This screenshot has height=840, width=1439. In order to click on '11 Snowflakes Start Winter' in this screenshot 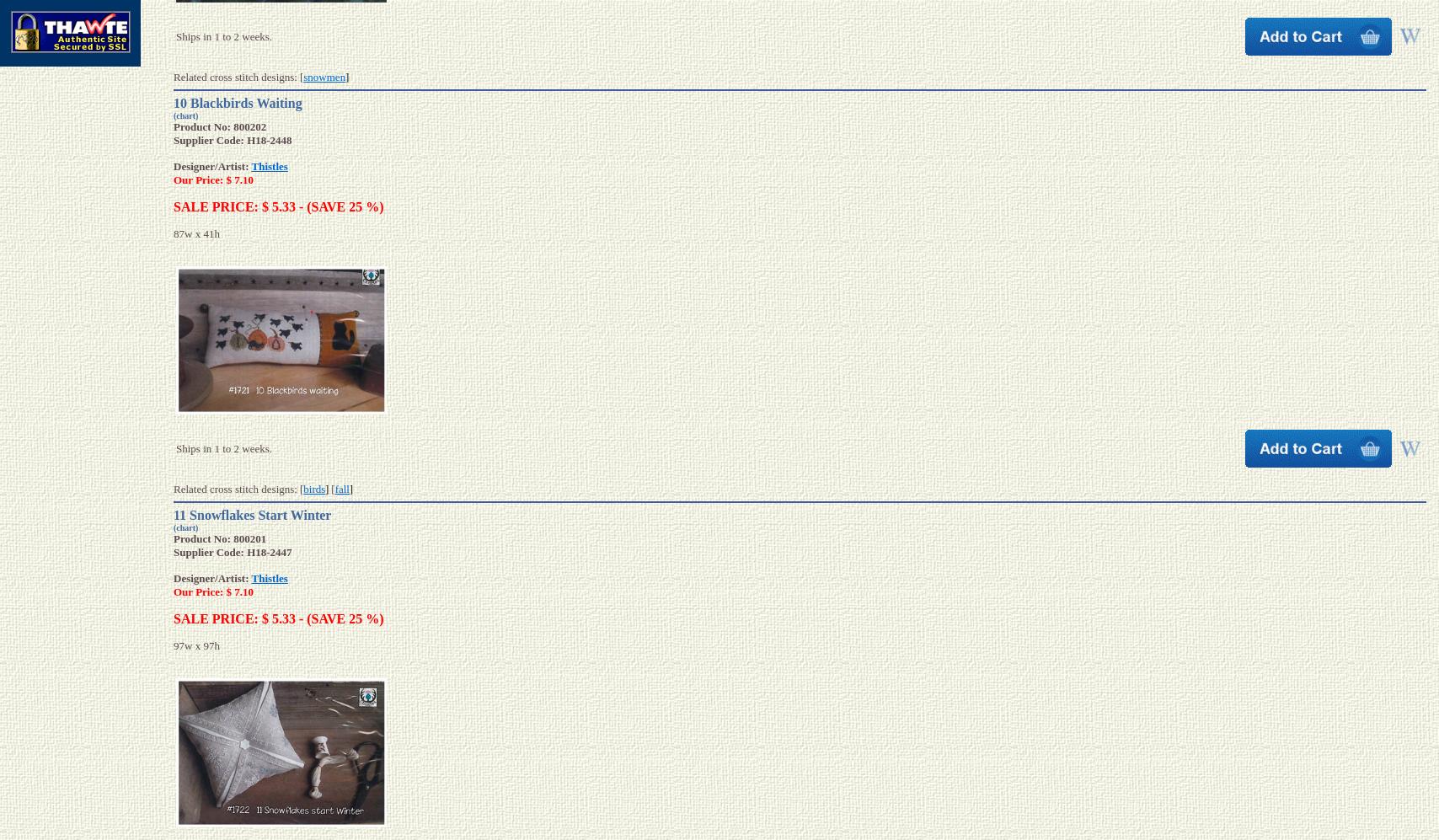, I will do `click(252, 514)`.